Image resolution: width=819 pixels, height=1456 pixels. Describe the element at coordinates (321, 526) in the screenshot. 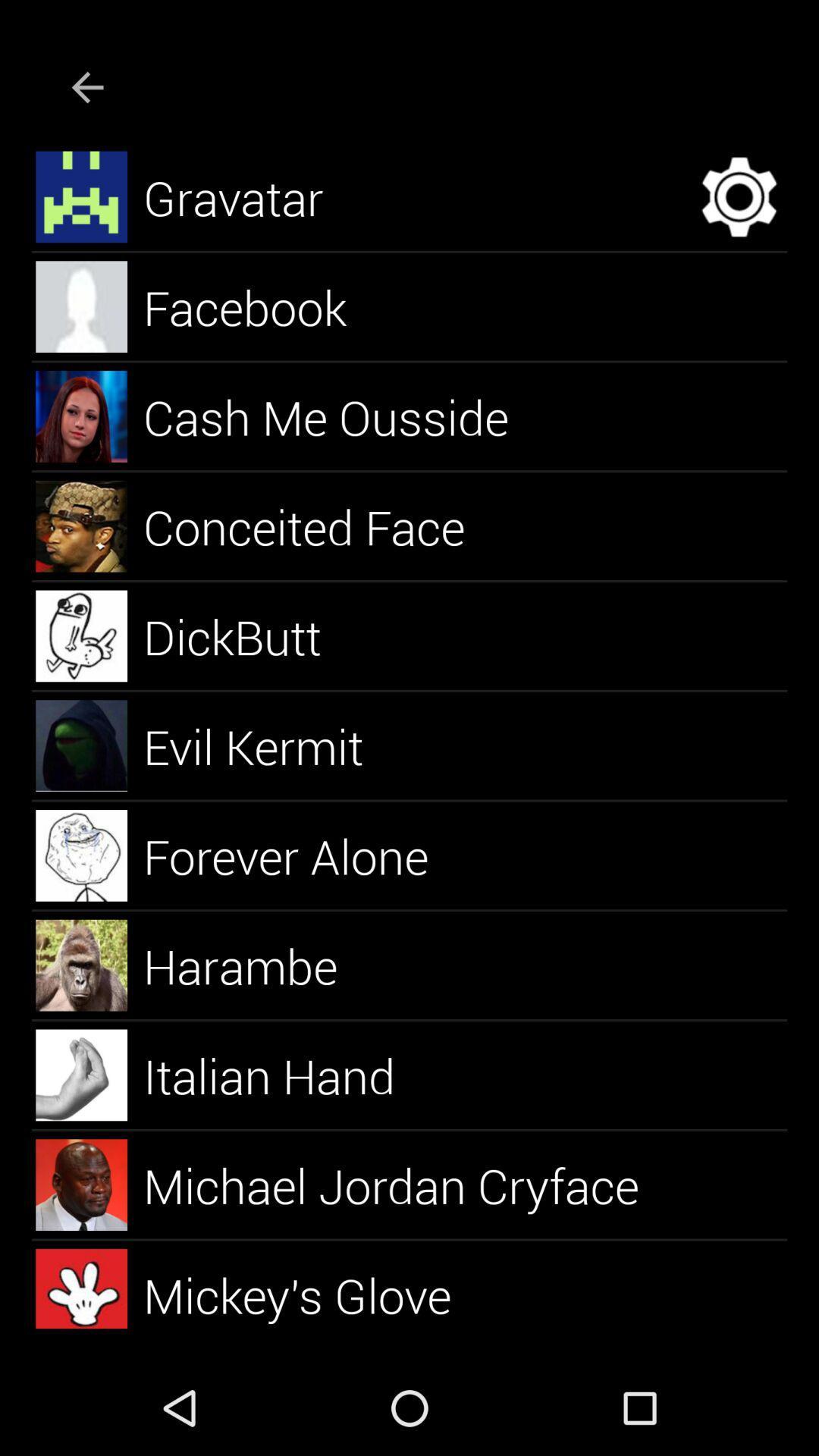

I see `conceited face icon` at that location.